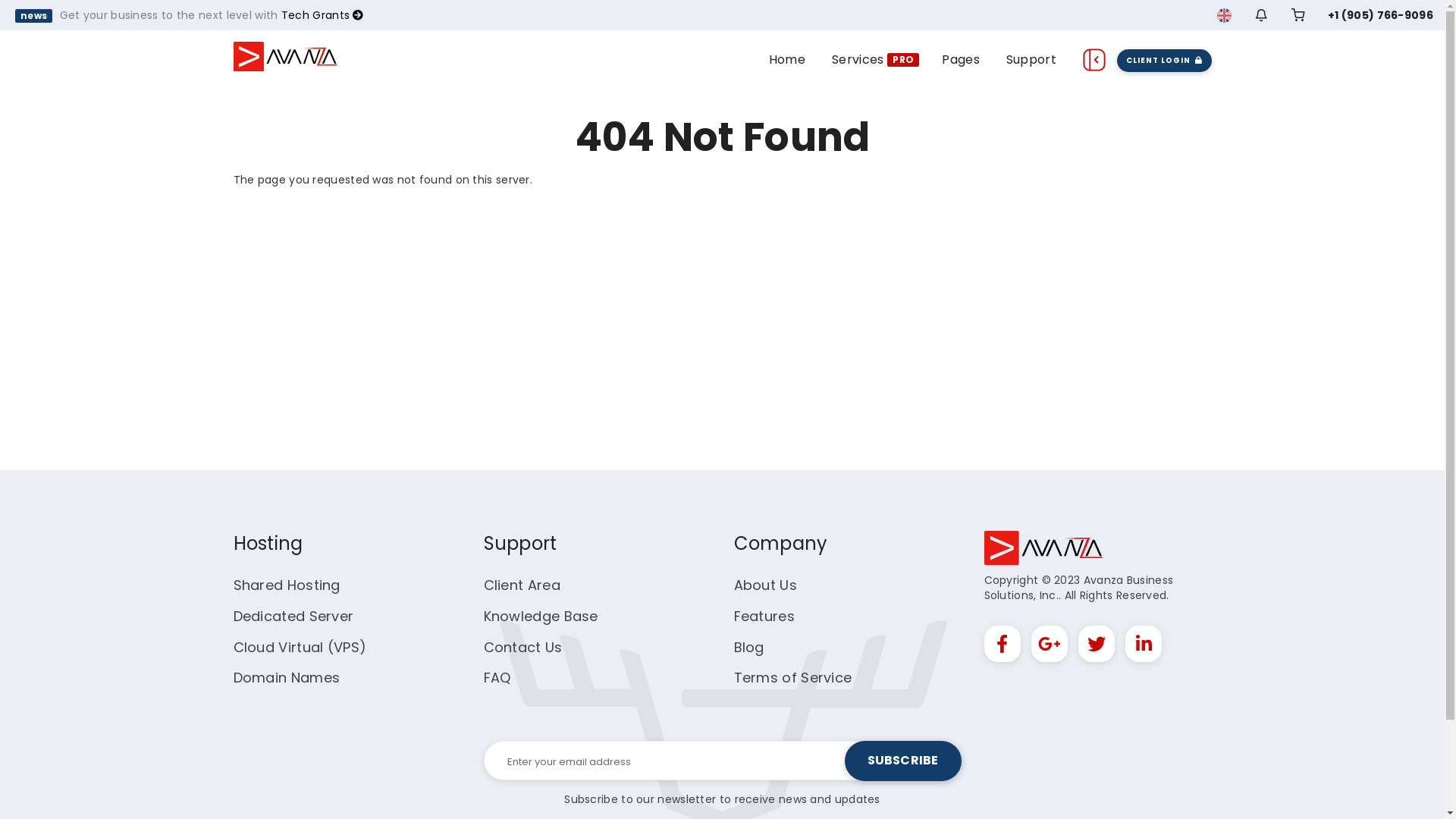  Describe the element at coordinates (483, 584) in the screenshot. I see `'Client Area'` at that location.